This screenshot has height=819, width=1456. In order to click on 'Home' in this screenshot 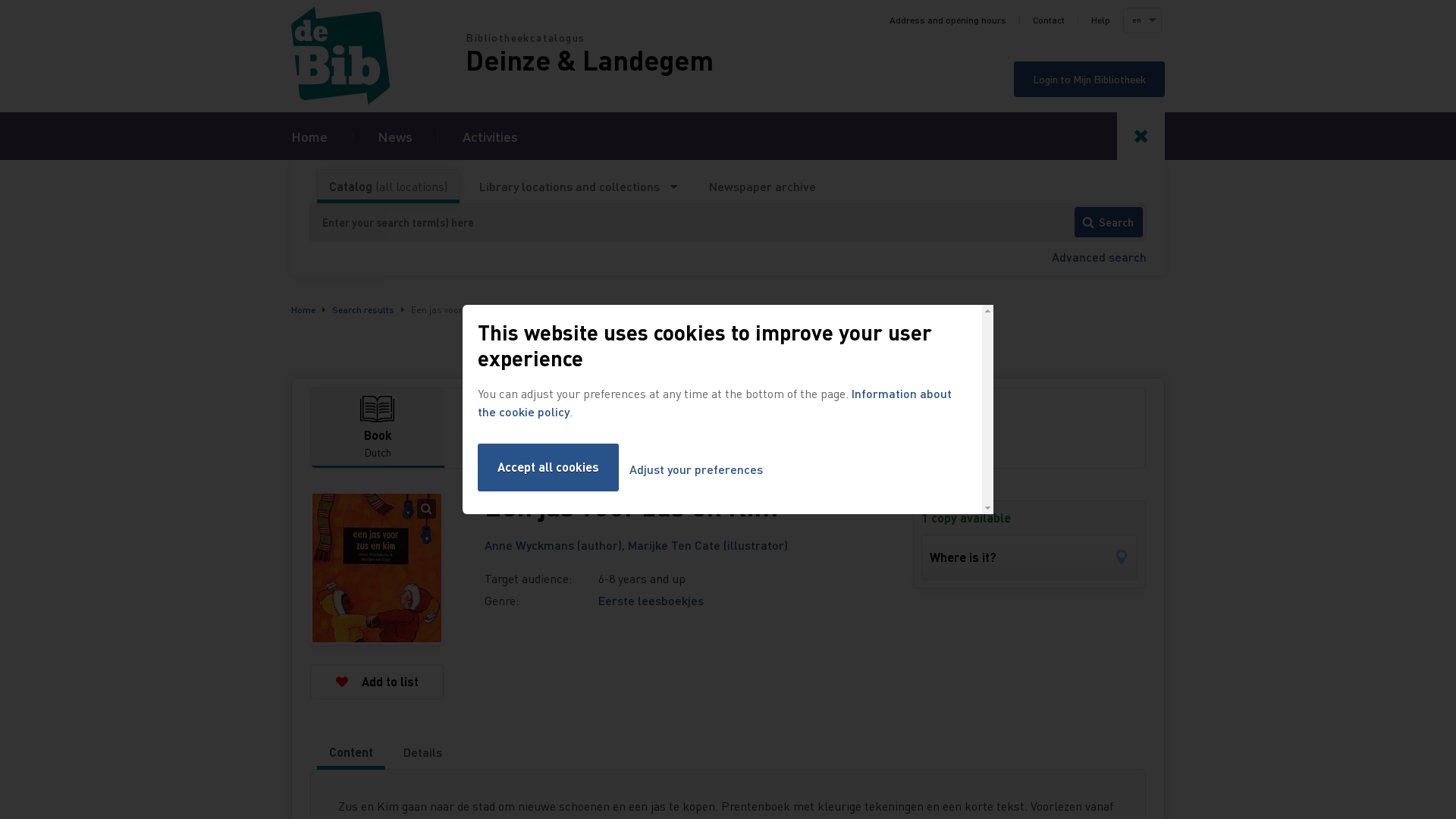, I will do `click(291, 55)`.